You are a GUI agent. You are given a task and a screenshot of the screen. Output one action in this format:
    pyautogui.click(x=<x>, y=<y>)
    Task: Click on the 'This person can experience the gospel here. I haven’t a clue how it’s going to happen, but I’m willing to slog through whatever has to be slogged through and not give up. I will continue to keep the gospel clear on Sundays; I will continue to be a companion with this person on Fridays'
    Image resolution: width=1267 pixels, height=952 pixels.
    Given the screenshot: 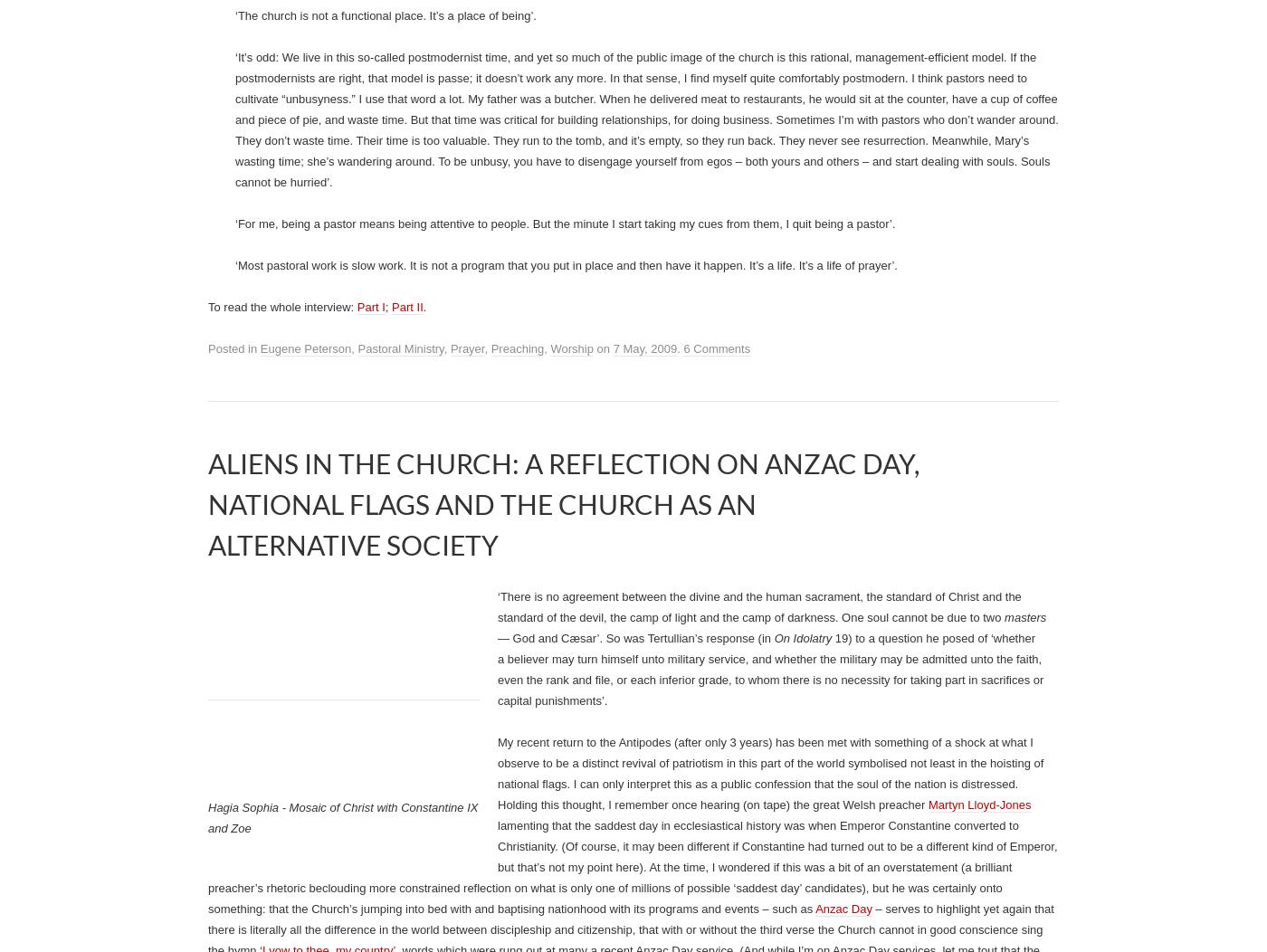 What is the action you would take?
    pyautogui.click(x=646, y=262)
    